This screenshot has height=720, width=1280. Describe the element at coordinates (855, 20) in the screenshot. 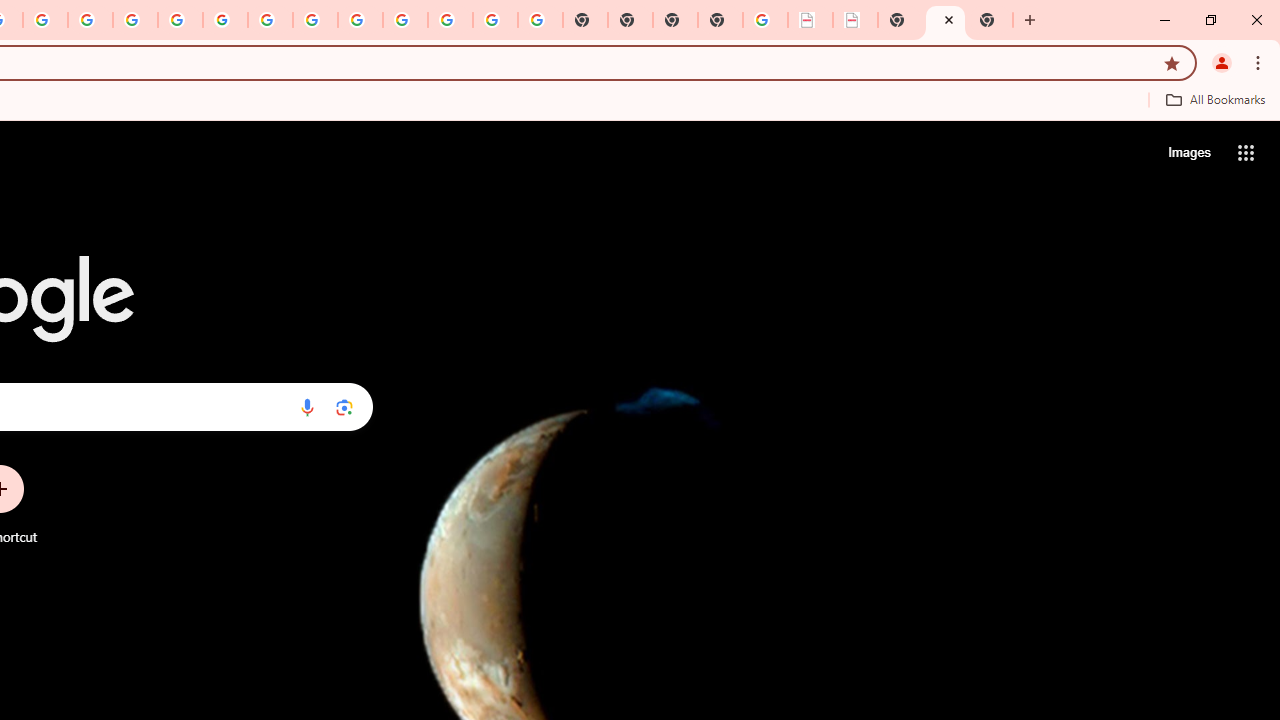

I see `'BAE Systems Brasil | BAE Systems'` at that location.